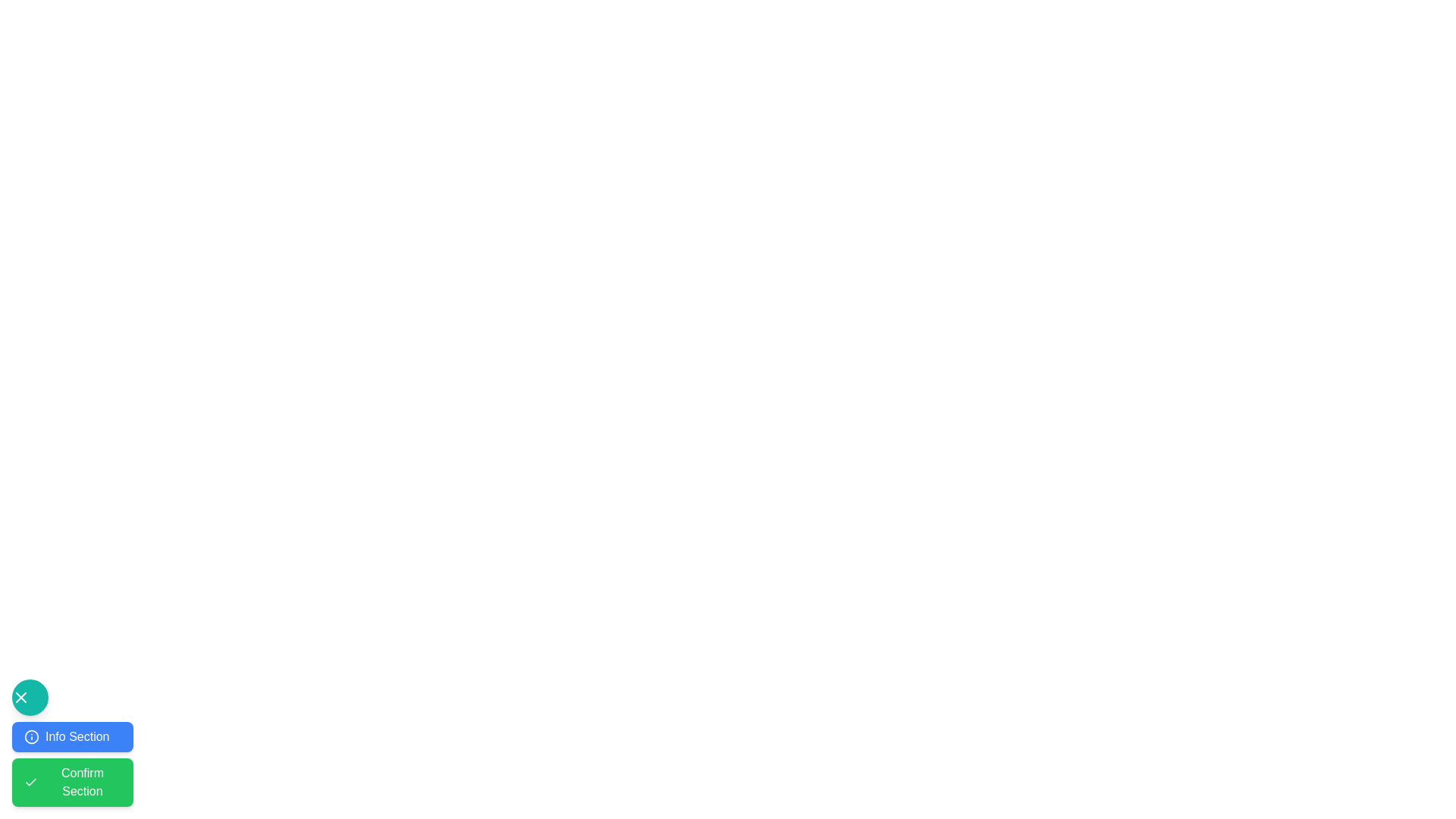 This screenshot has width=1456, height=819. Describe the element at coordinates (30, 783) in the screenshot. I see `the SVG checkmark icon with a green background located in the 'Confirm Section' button, positioned to the left of the text 'Confirm Section'` at that location.